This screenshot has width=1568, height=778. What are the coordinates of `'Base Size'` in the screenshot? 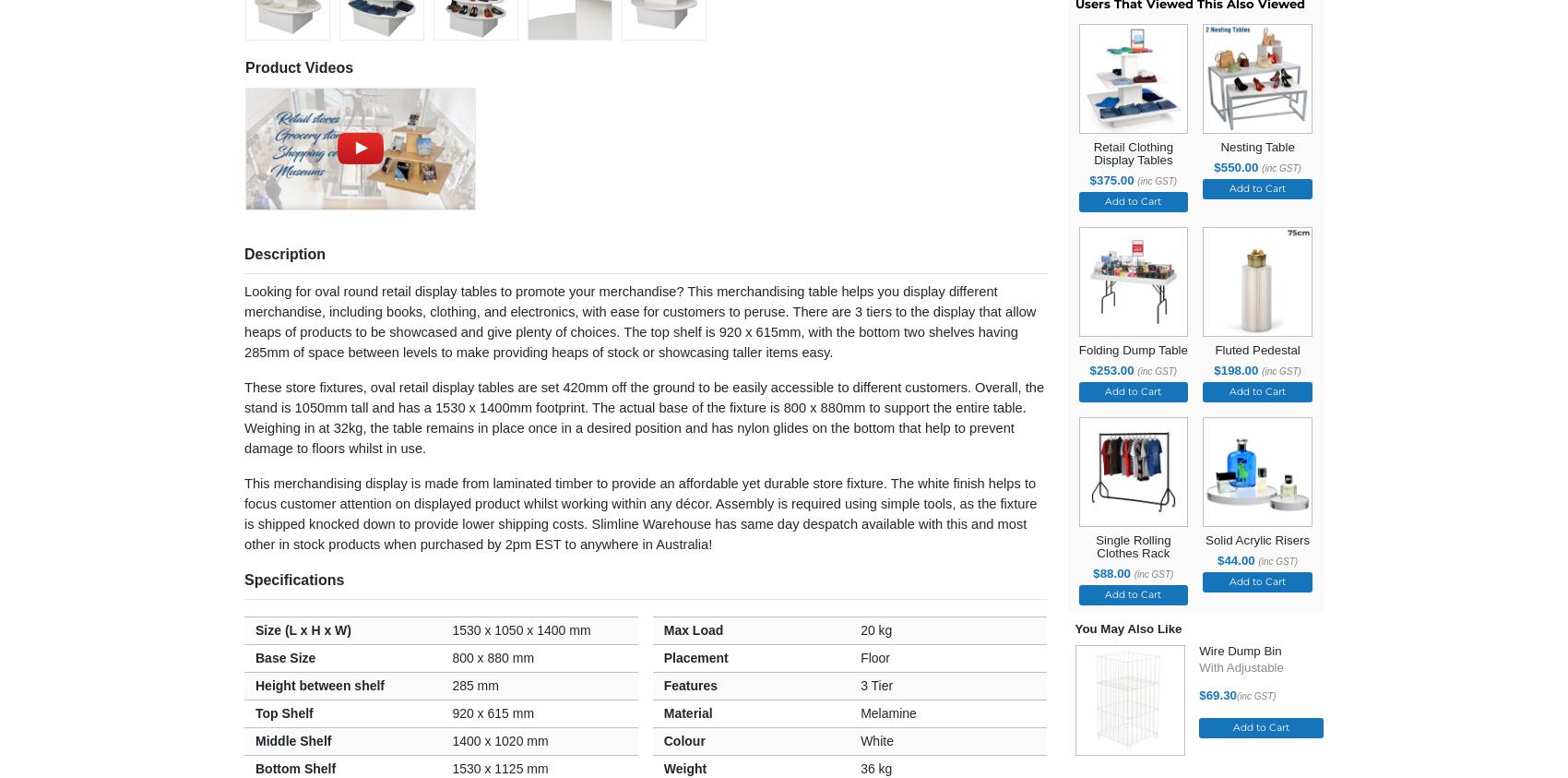 It's located at (285, 656).